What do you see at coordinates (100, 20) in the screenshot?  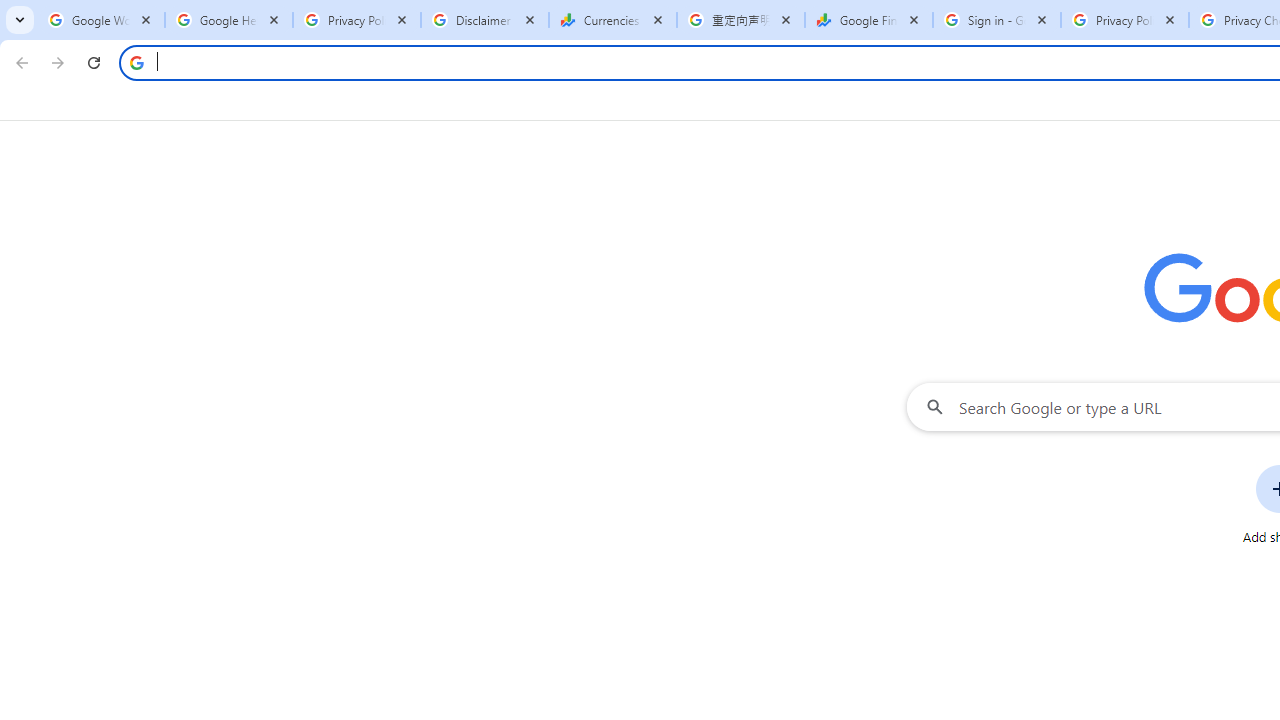 I see `'Google Workspace Admin Community'` at bounding box center [100, 20].